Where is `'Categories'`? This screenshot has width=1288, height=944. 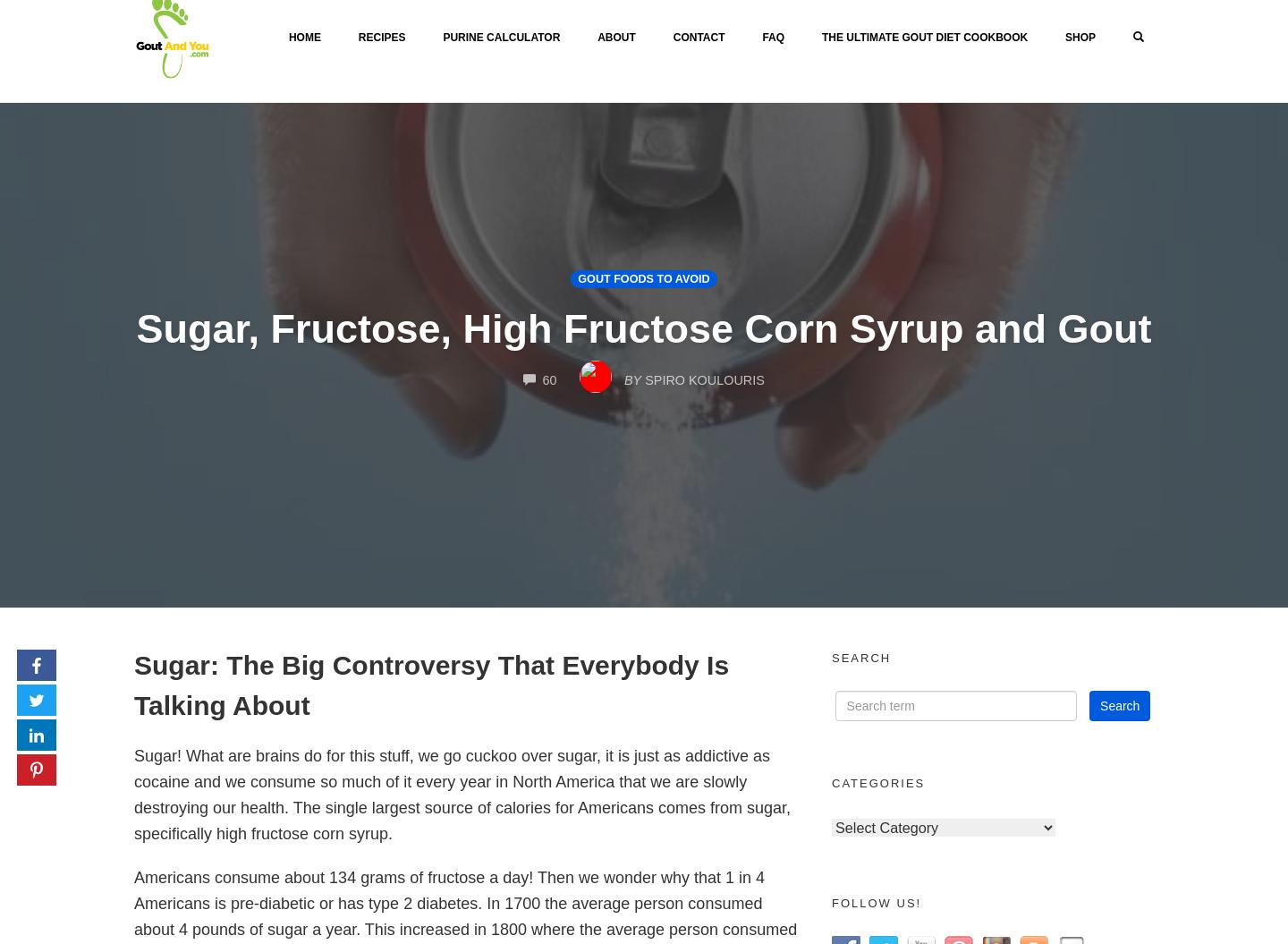 'Categories' is located at coordinates (877, 783).